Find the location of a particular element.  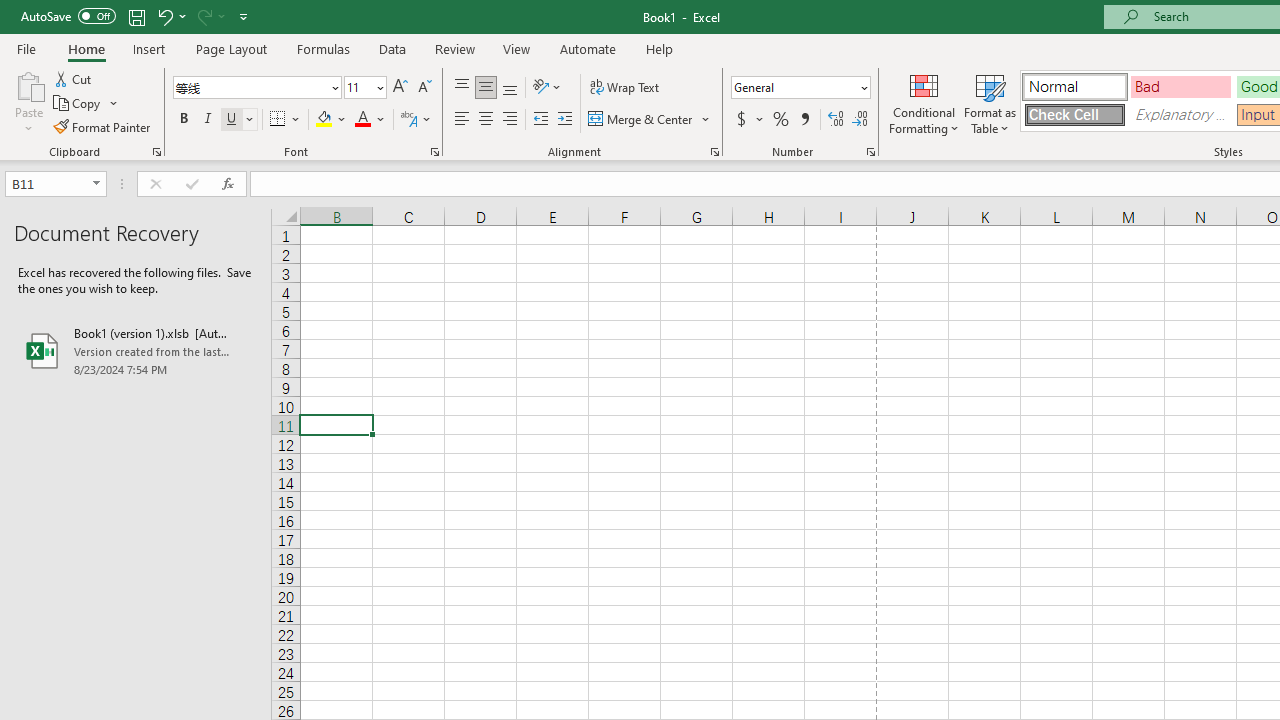

'Explanatory Text' is located at coordinates (1180, 114).